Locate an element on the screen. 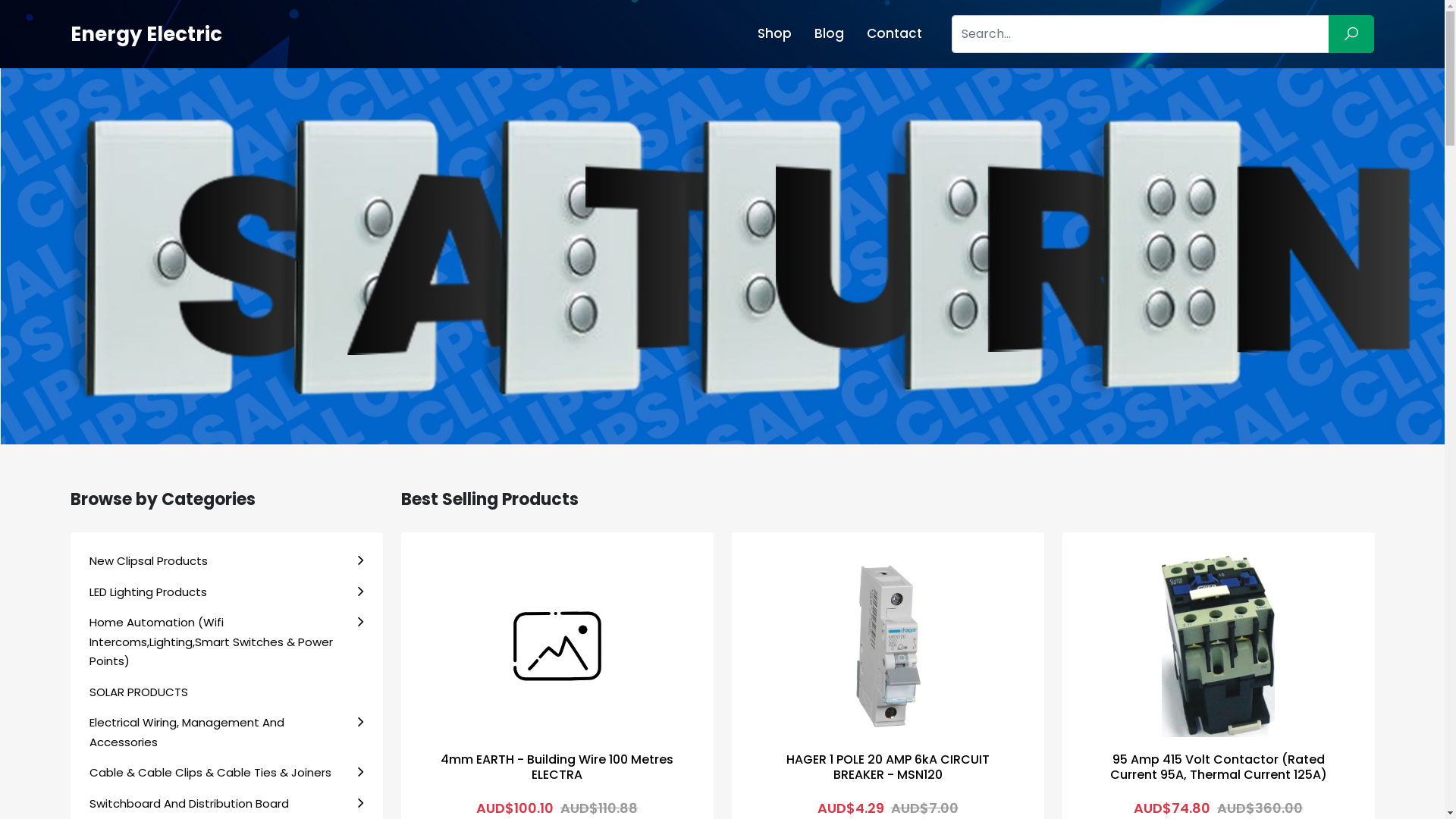 The width and height of the screenshot is (1456, 819). 'Contact' is located at coordinates (894, 33).